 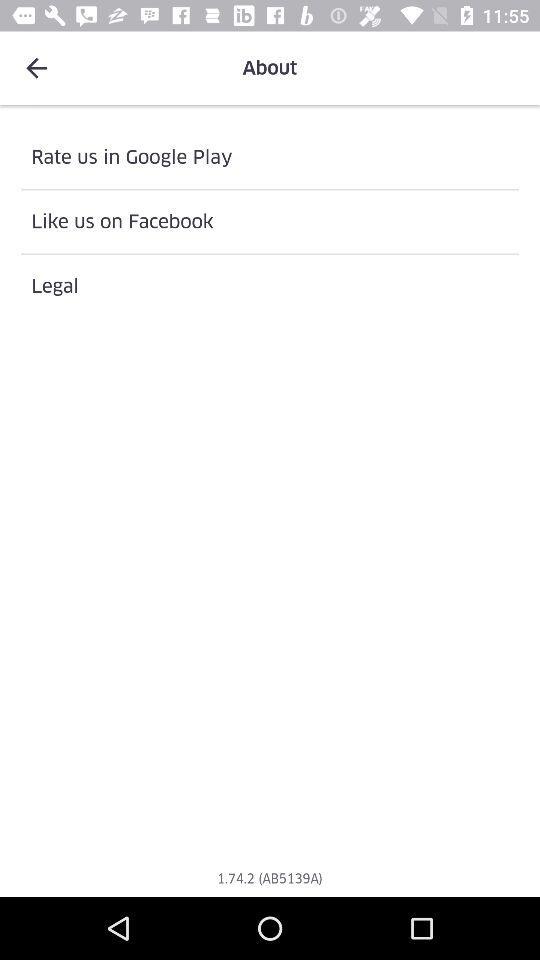 I want to click on the item below rate us in item, so click(x=270, y=221).